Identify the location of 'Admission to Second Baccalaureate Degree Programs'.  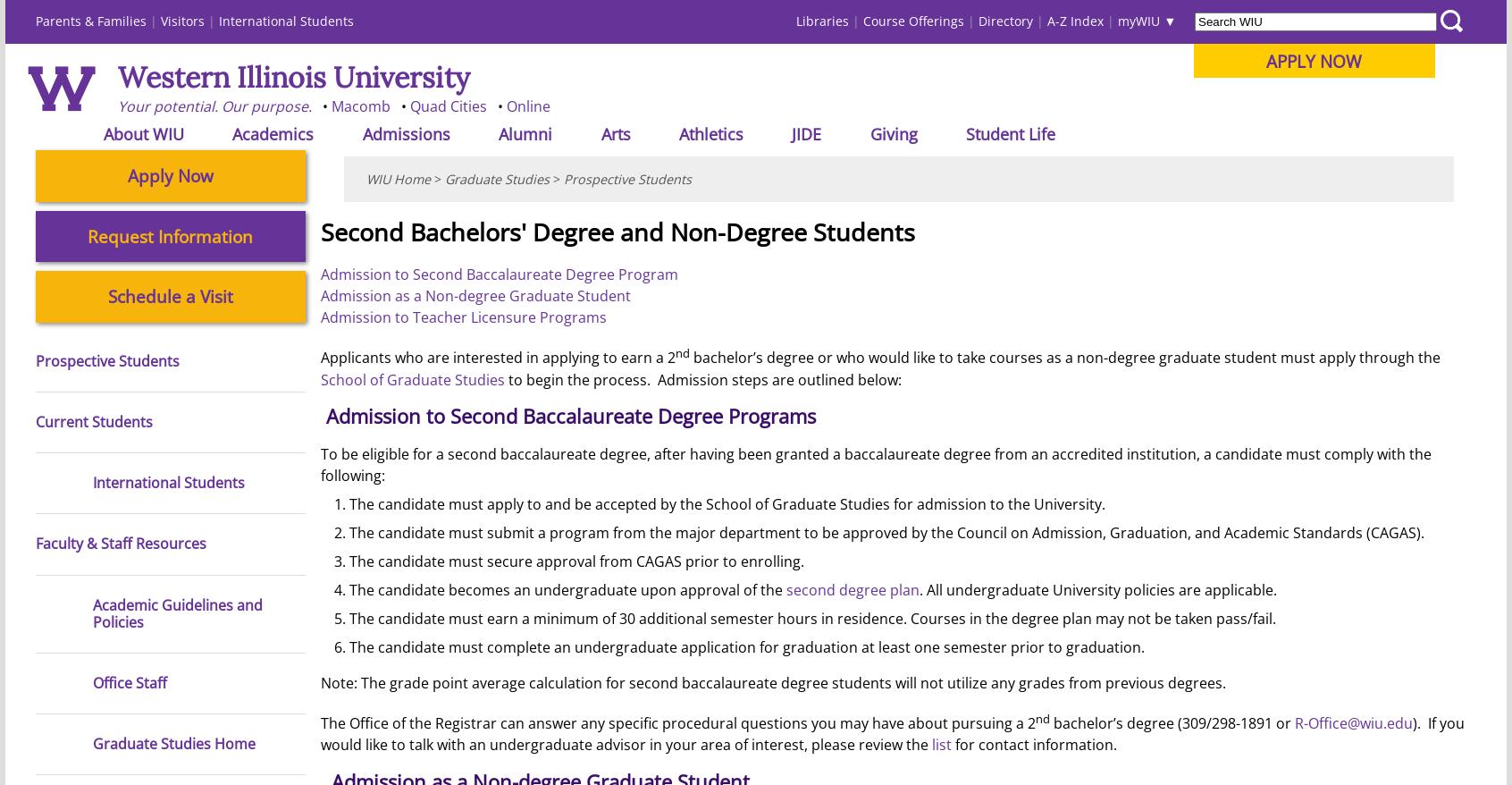
(324, 415).